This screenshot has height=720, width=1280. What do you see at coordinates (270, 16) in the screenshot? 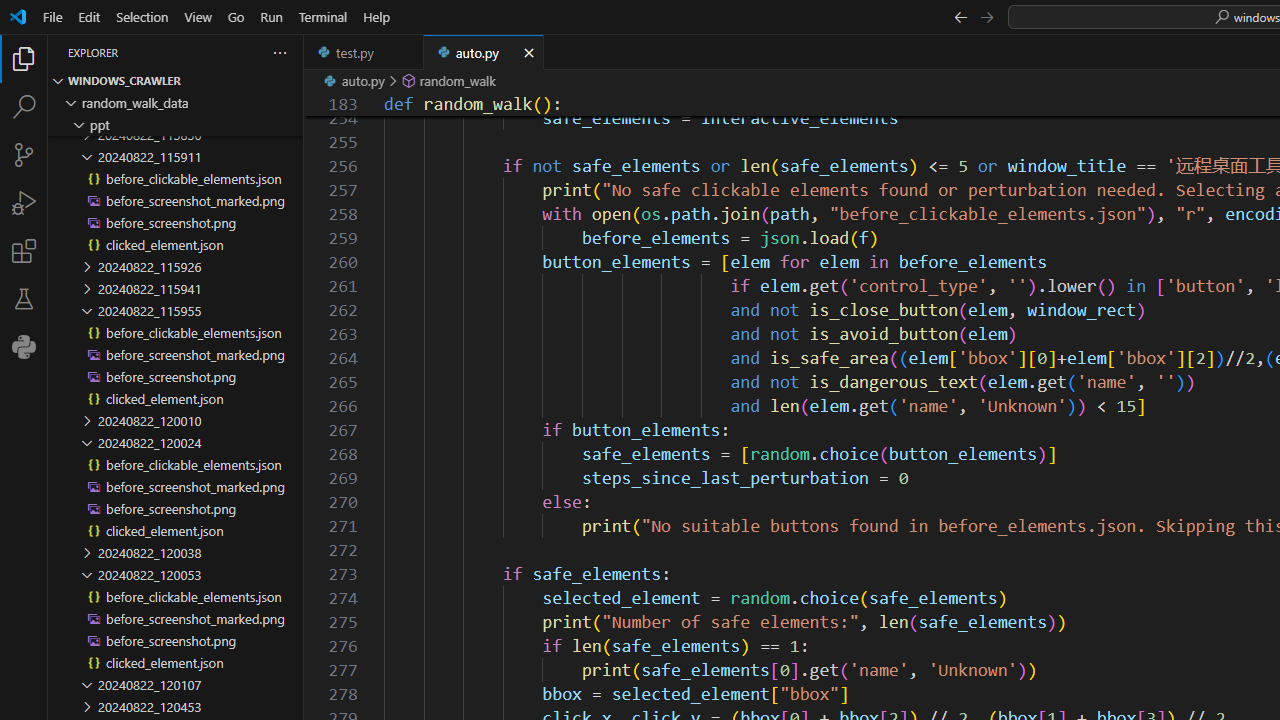
I see `'Run'` at bounding box center [270, 16].